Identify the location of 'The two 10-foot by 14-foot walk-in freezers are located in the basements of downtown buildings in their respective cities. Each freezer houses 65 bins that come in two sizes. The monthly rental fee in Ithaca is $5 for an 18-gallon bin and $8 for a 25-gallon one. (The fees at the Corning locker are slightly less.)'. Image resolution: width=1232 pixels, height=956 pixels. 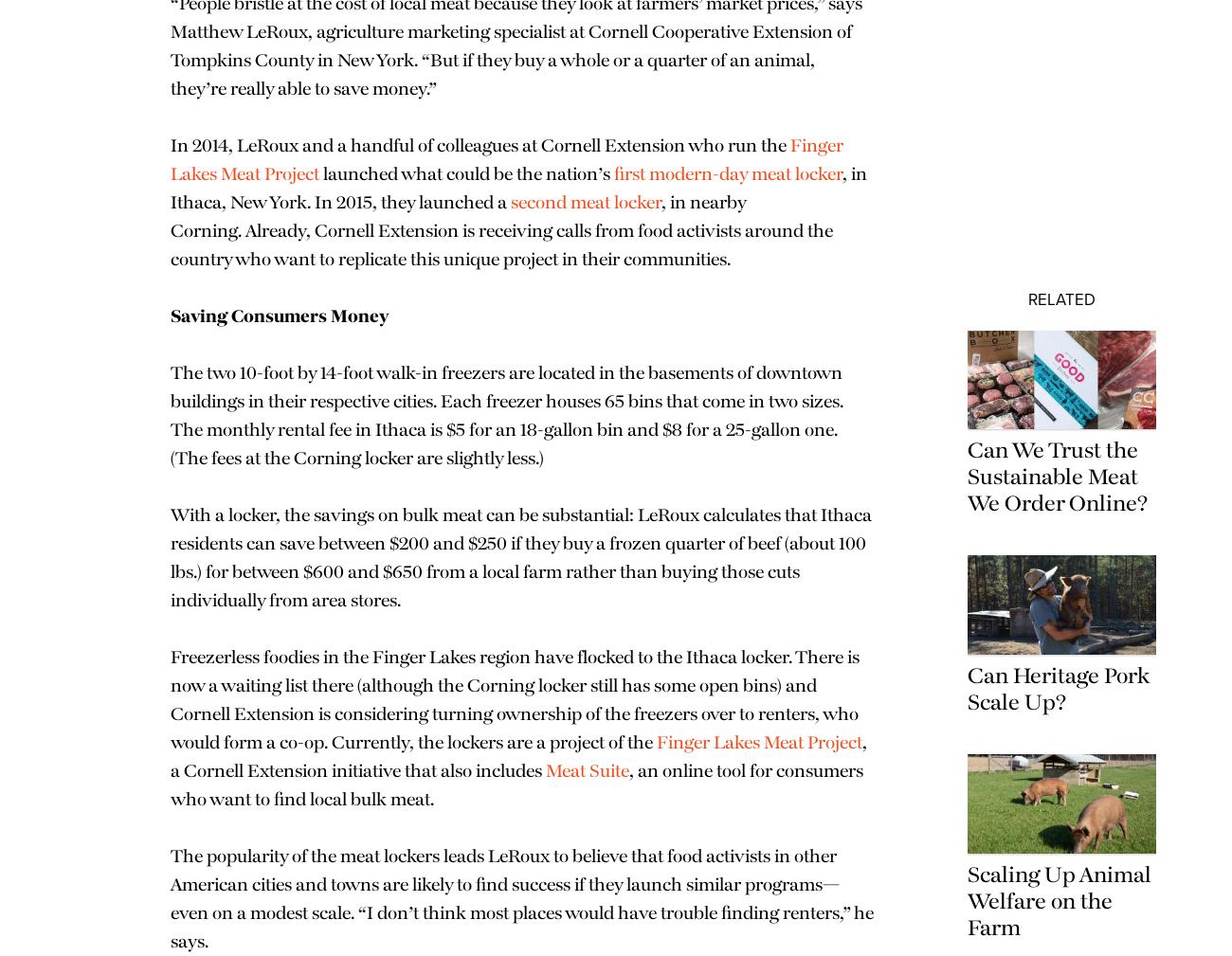
(389, 443).